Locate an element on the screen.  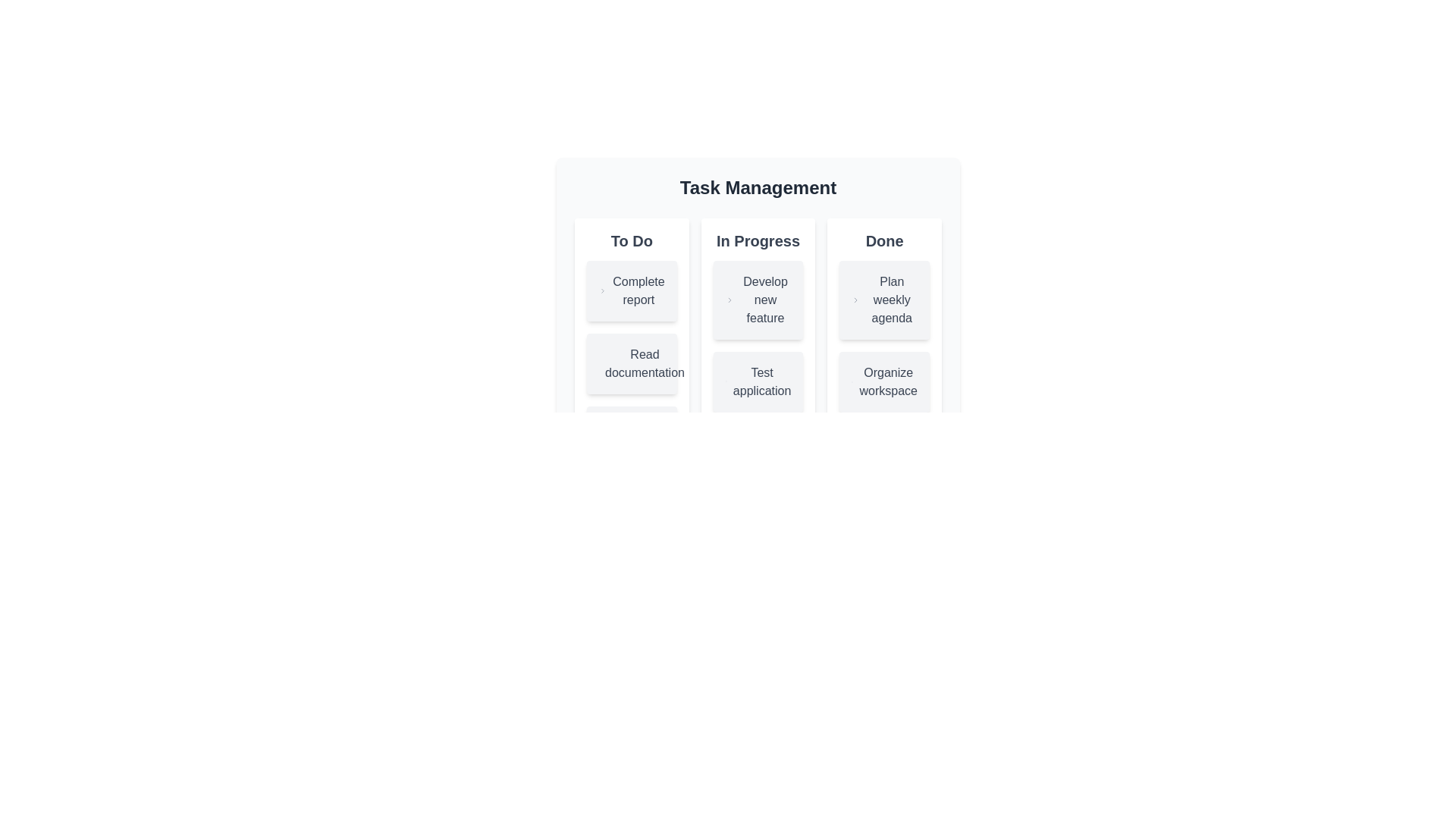
the 'Read documentation' text label with an icon located in the second row of the 'To Do' column of the task management grid is located at coordinates (632, 363).